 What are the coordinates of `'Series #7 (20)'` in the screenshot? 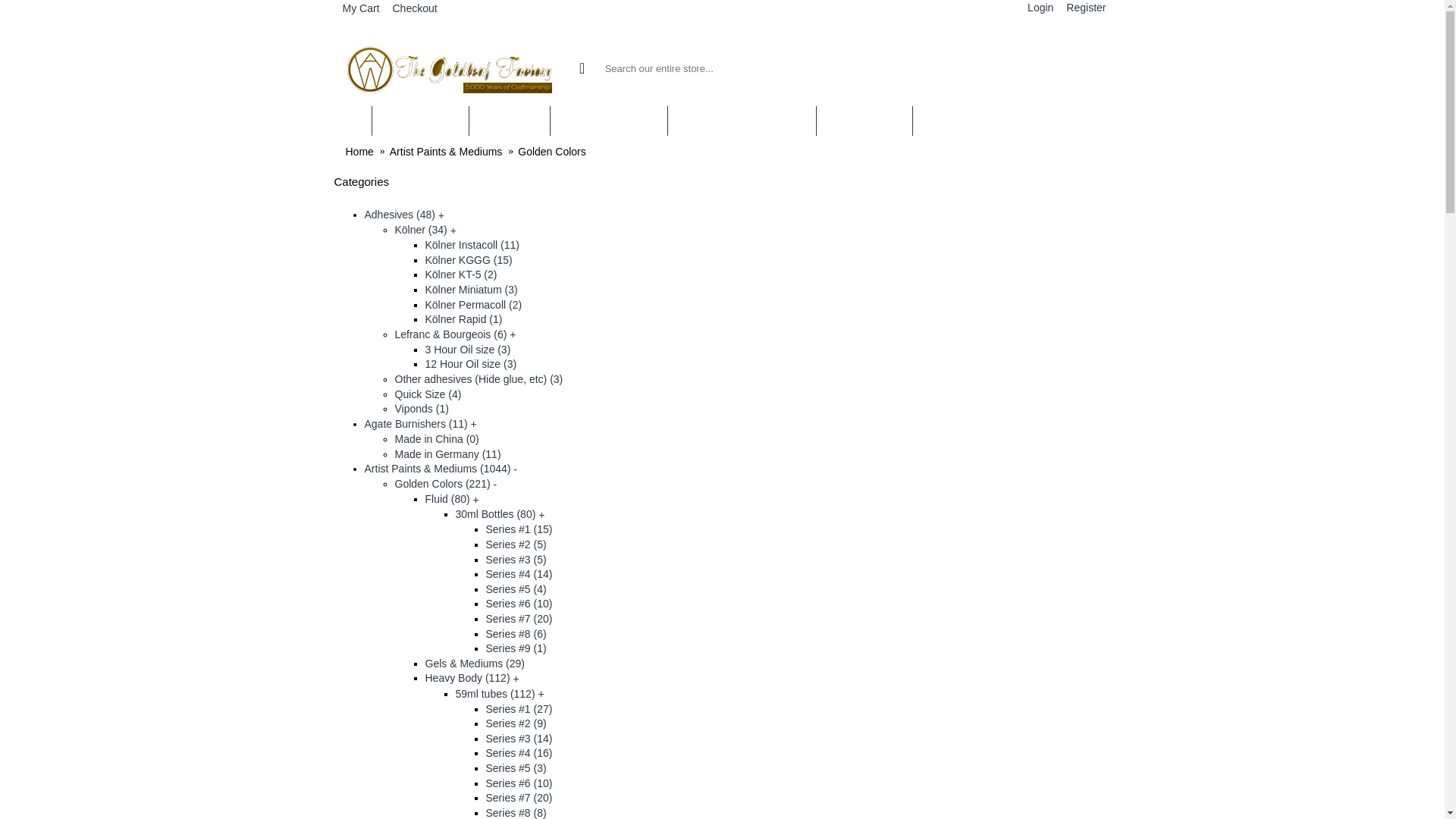 It's located at (518, 797).